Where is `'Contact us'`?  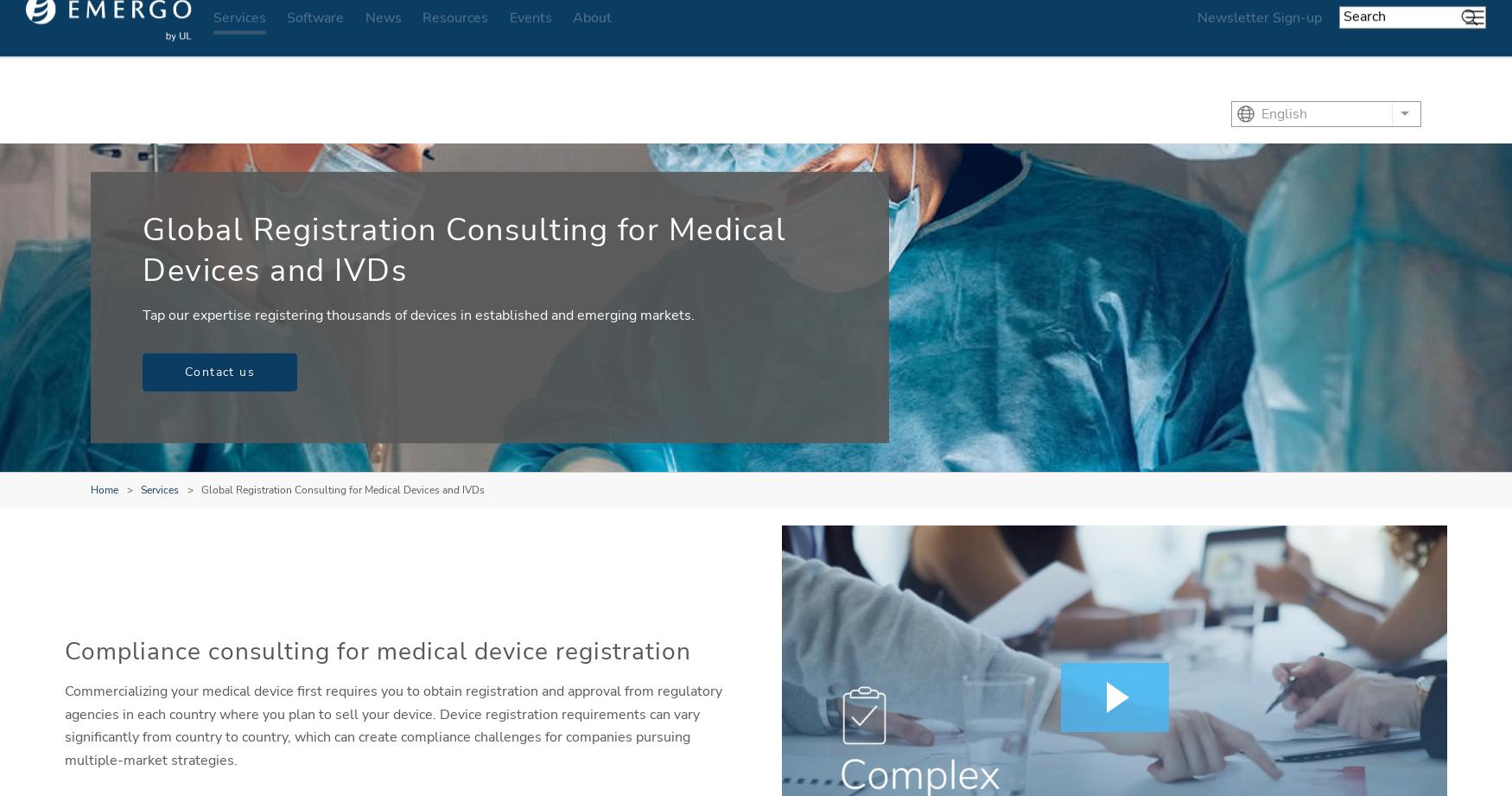
'Contact us' is located at coordinates (219, 371).